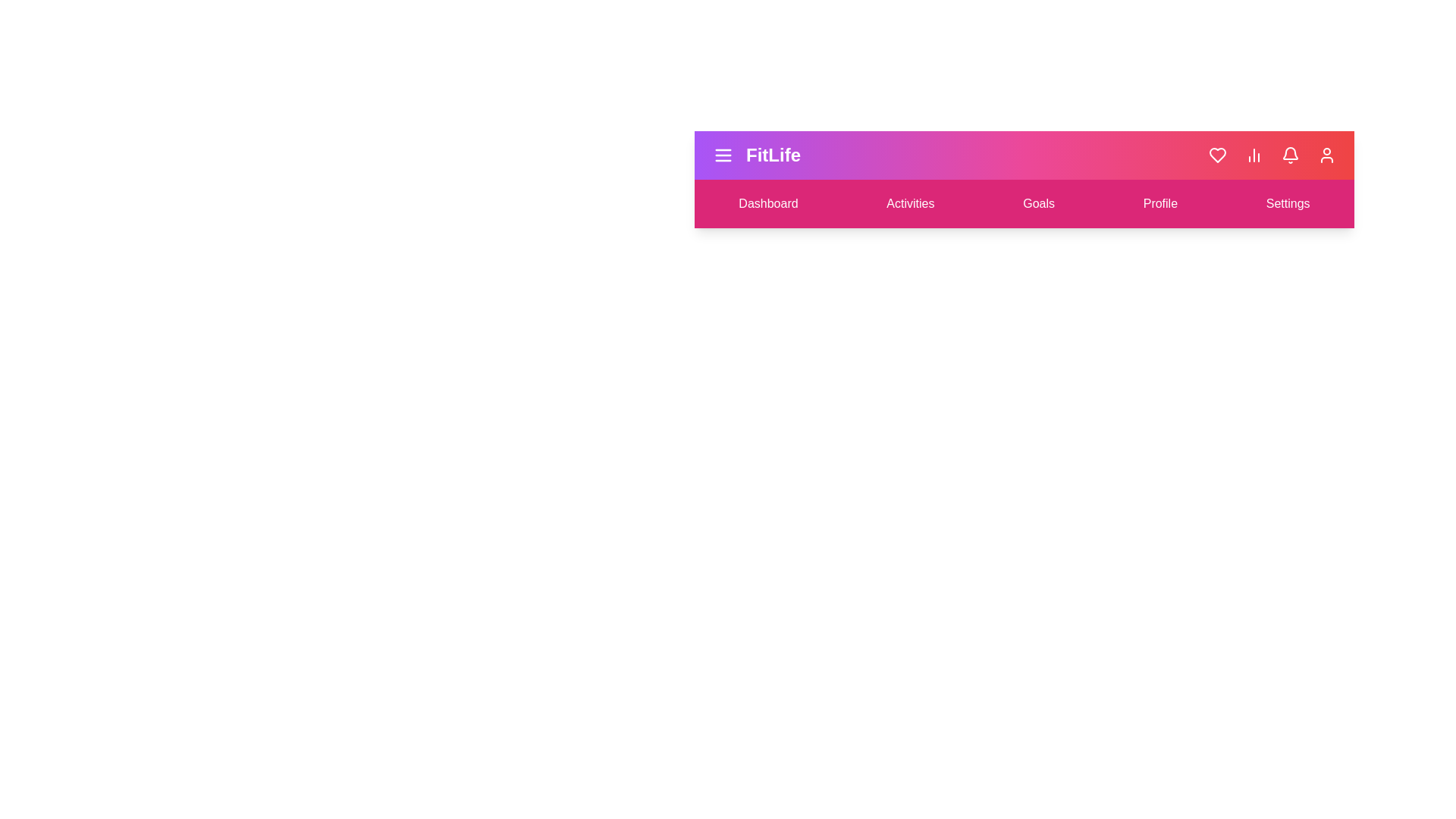  I want to click on the bar chart icon to view statistics, so click(1254, 155).